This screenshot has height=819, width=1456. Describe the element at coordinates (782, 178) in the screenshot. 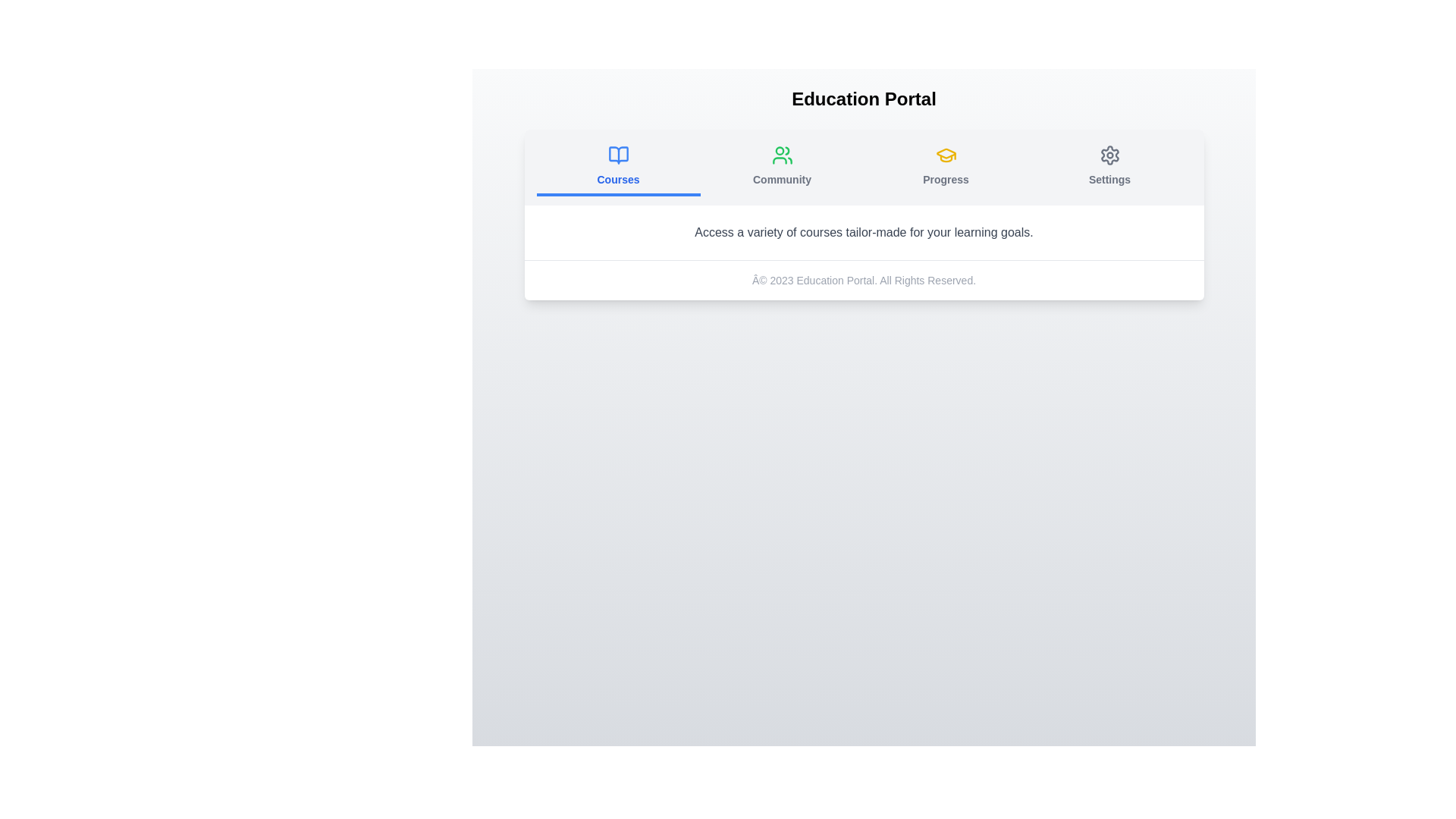

I see `text label indicating the community section in the navigation bar, located below the group of people icon and adjacent to 'Courses' and 'Progress'` at that location.